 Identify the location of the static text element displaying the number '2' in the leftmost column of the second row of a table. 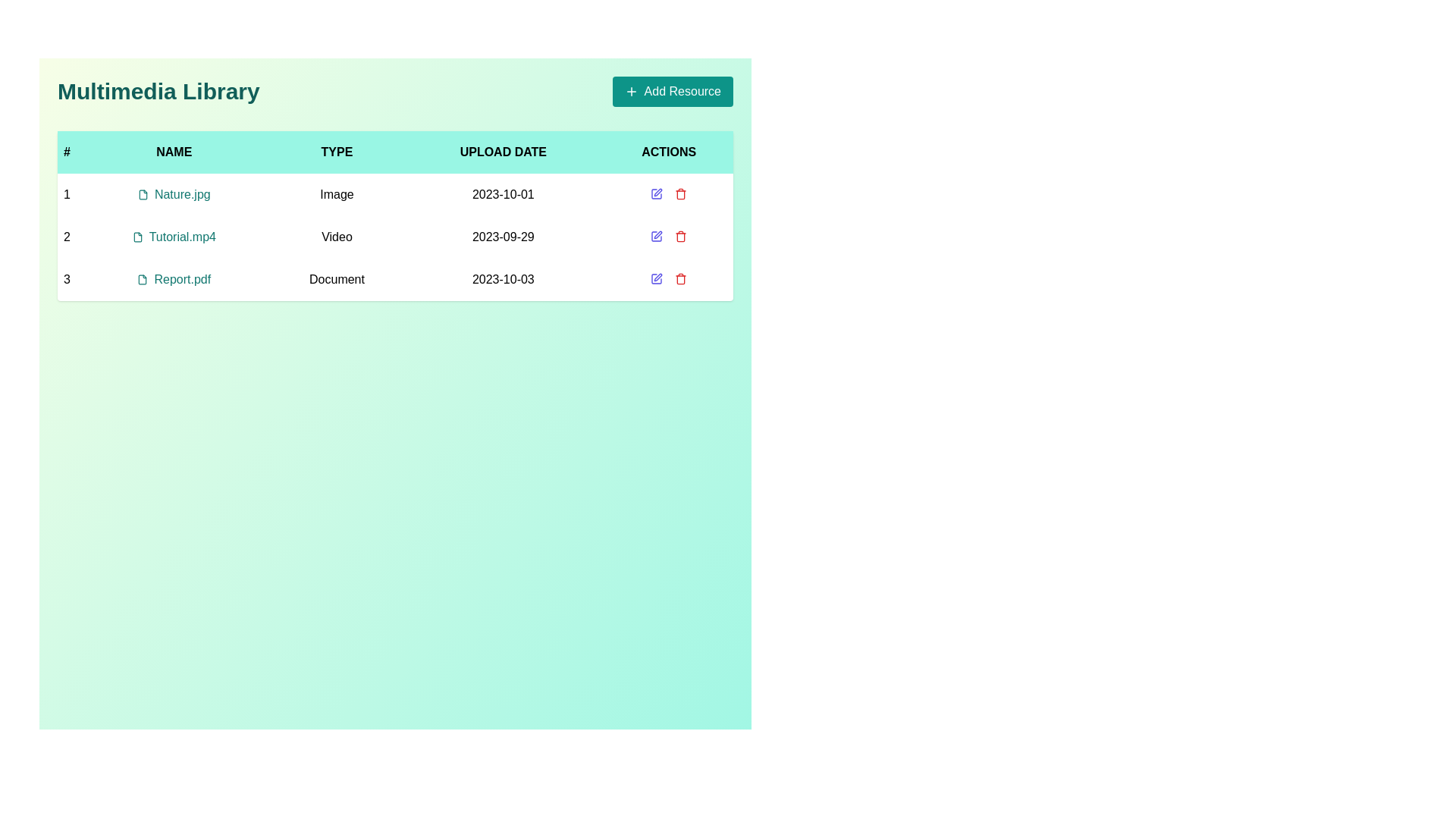
(66, 237).